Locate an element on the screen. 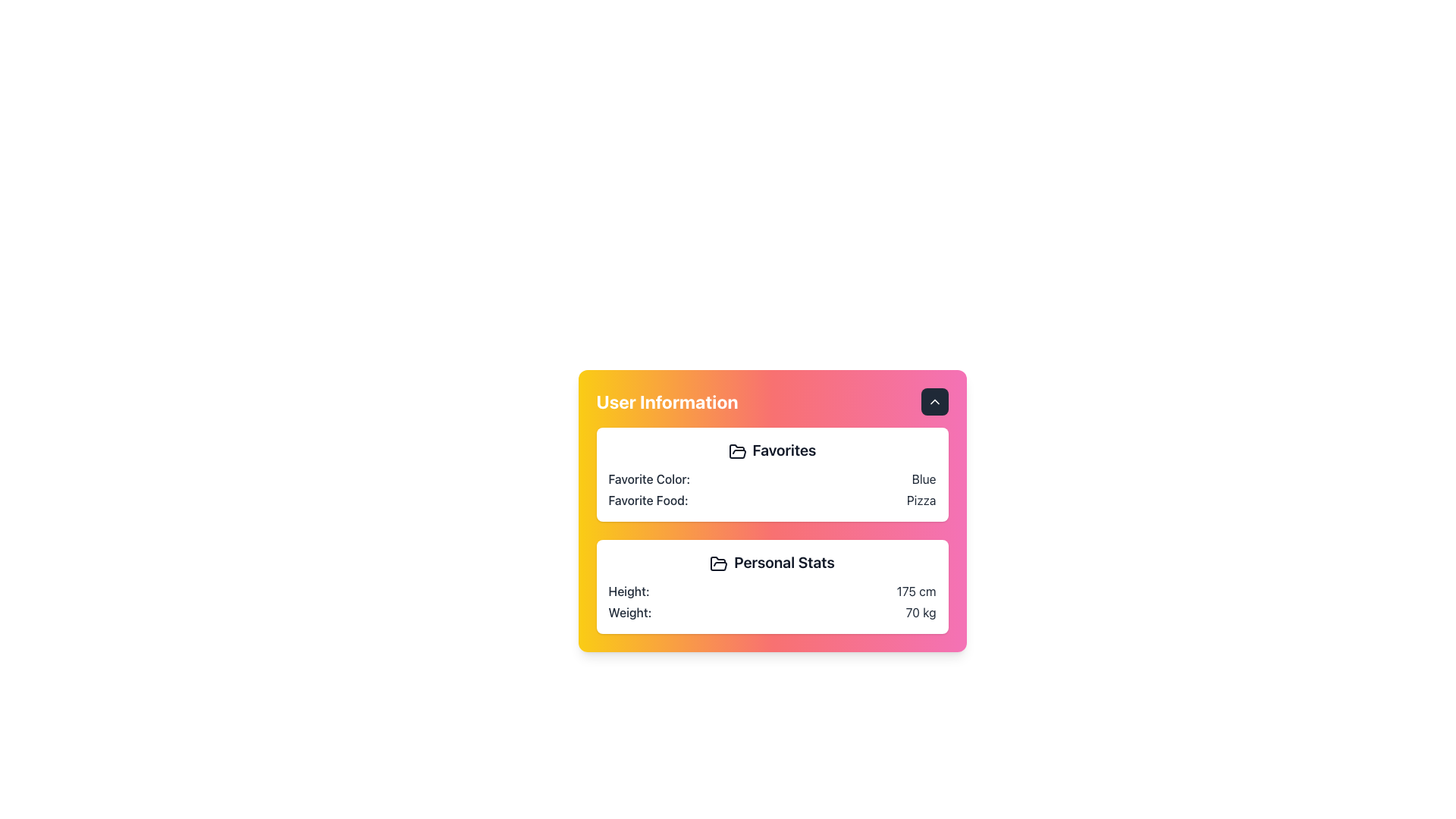  the folder icon with a thin black outline located to the left of the 'Personal Stats' text is located at coordinates (718, 563).